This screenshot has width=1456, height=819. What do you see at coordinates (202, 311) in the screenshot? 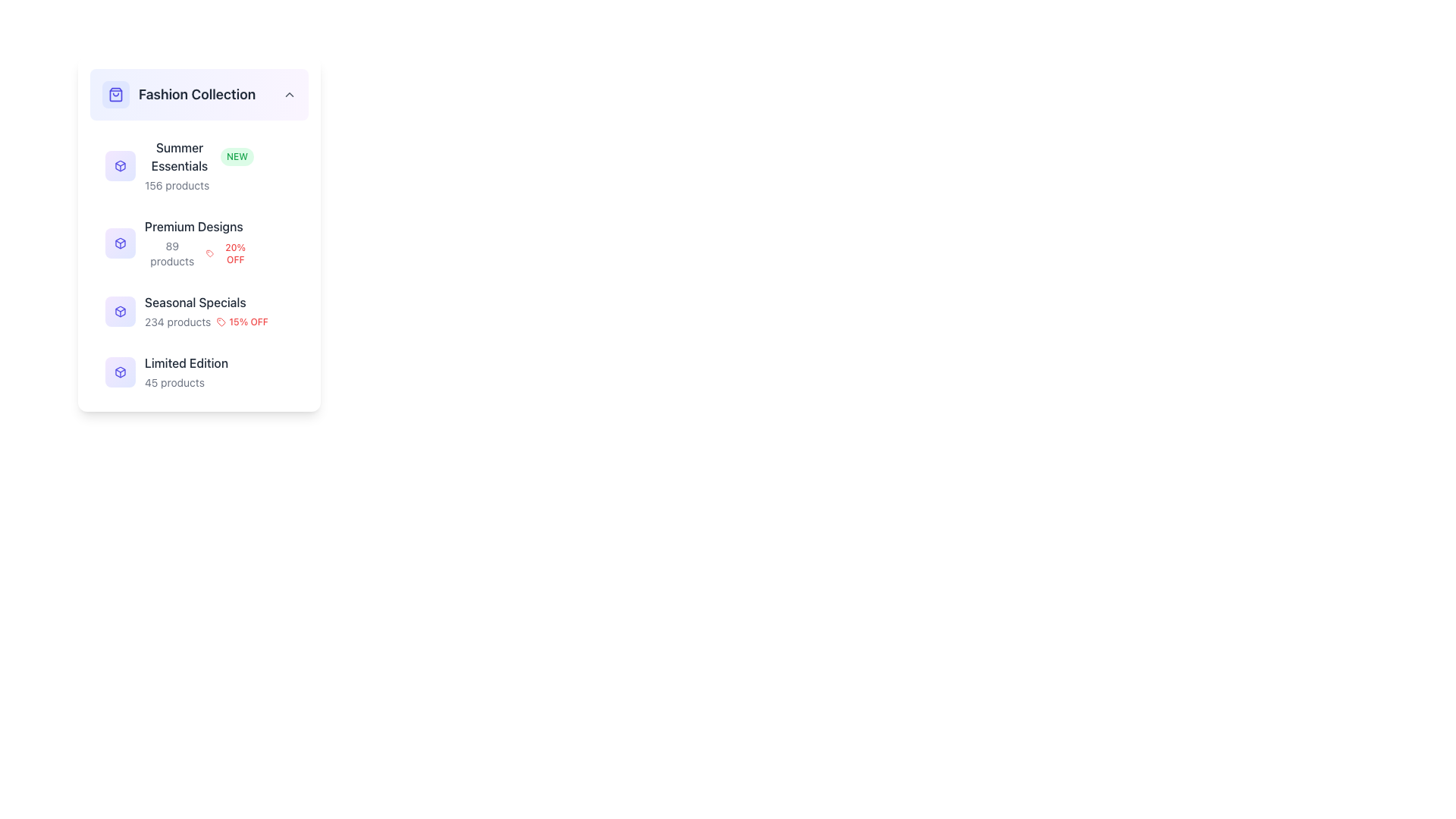
I see `the clickable list item titled 'Seasonal Specials' with a purple box icon and a red tag icon` at bounding box center [202, 311].